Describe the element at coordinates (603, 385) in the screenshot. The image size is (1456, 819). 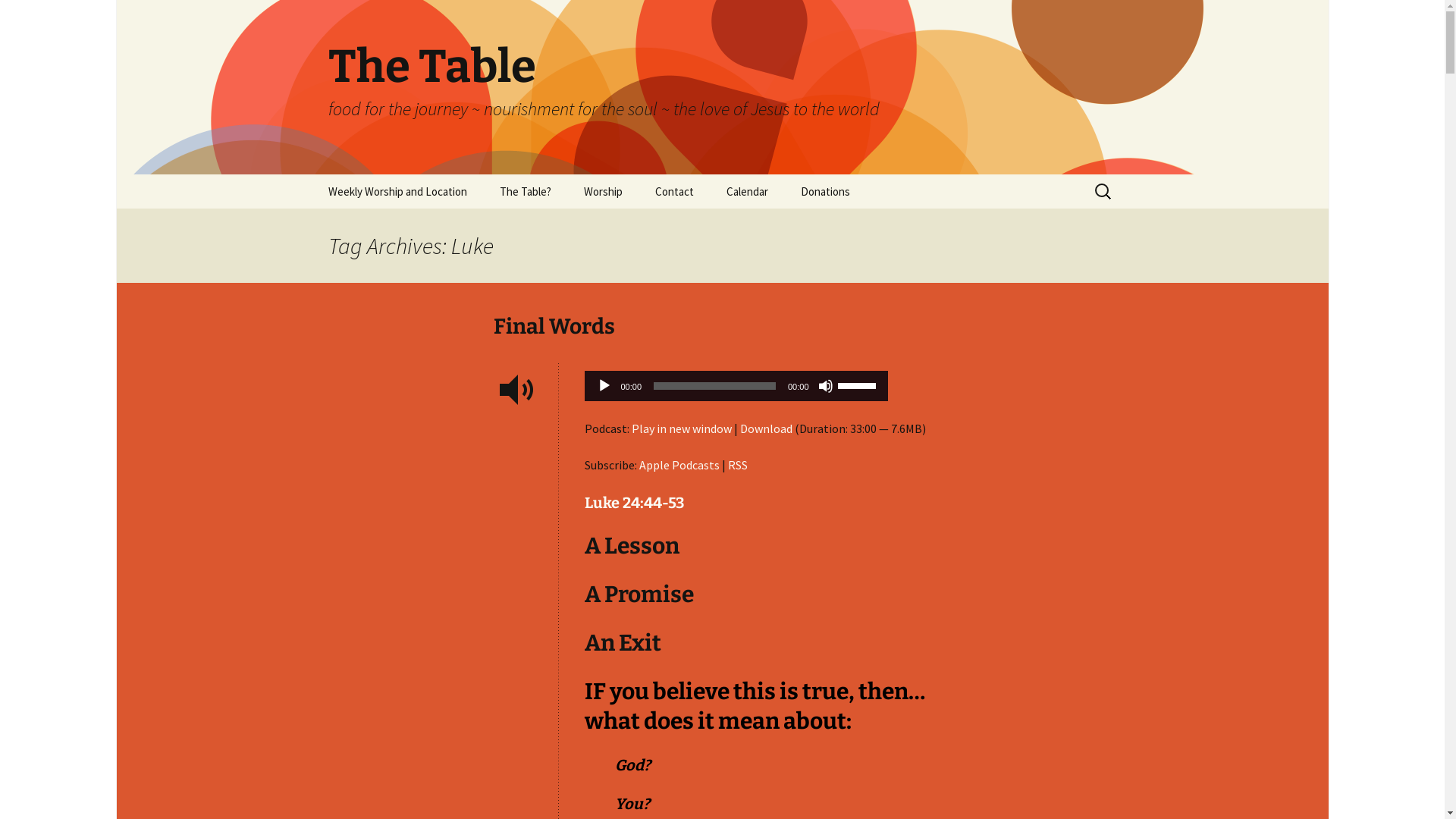
I see `'Play'` at that location.